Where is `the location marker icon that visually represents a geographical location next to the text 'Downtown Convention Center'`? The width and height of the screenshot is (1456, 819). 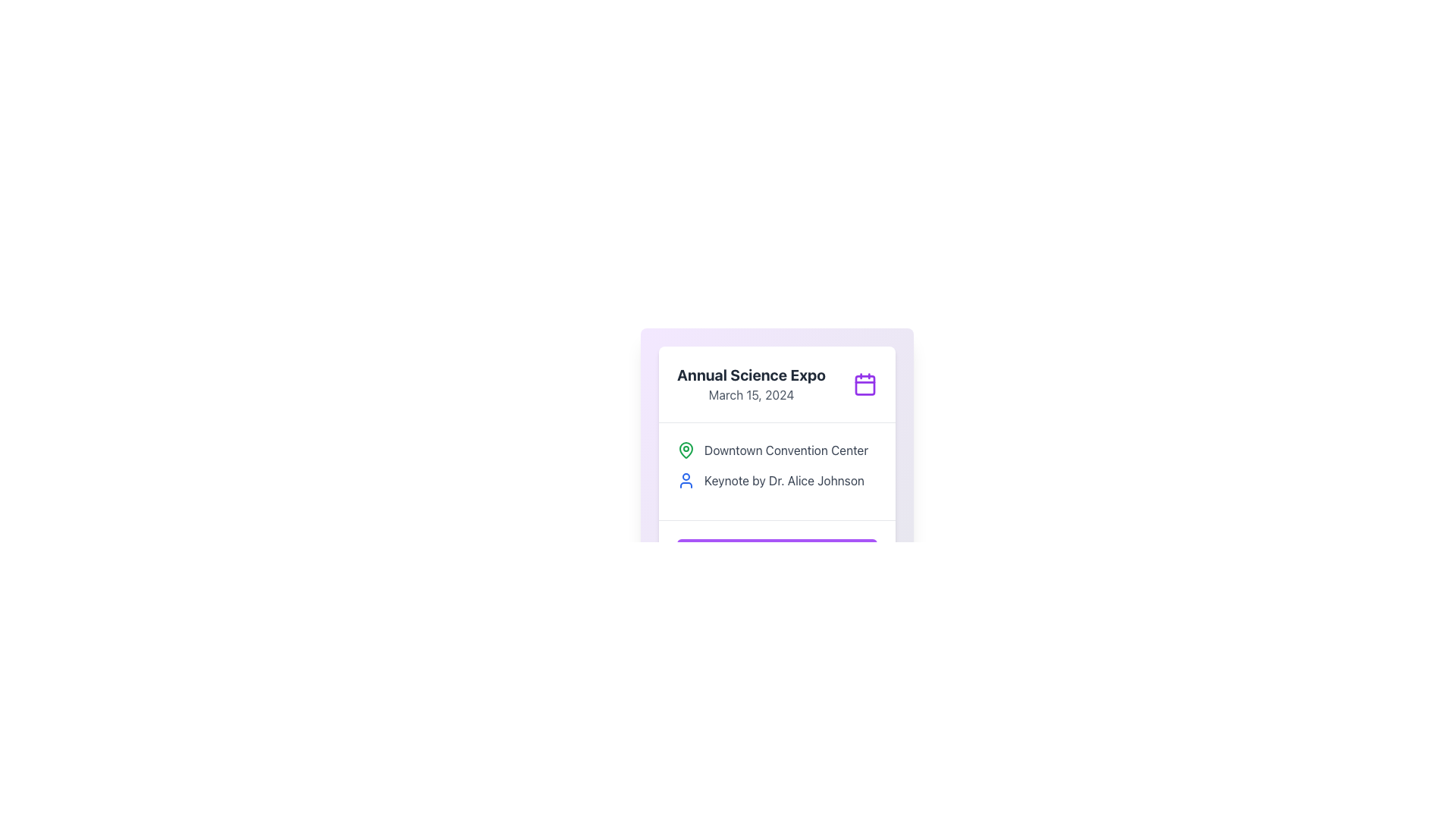
the location marker icon that visually represents a geographical location next to the text 'Downtown Convention Center' is located at coordinates (686, 450).